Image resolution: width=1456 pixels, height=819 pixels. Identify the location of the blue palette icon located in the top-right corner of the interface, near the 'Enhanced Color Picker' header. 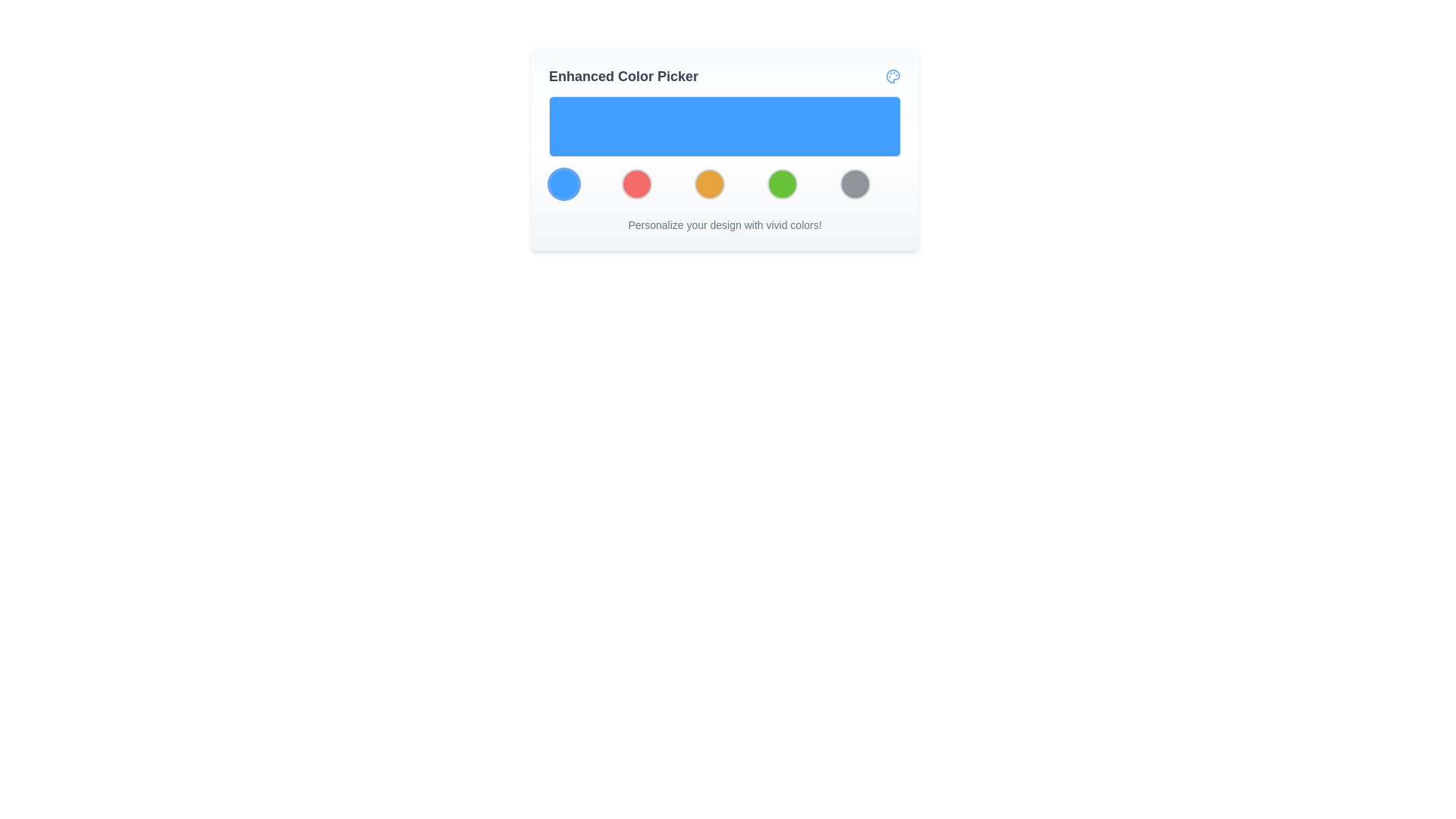
(893, 76).